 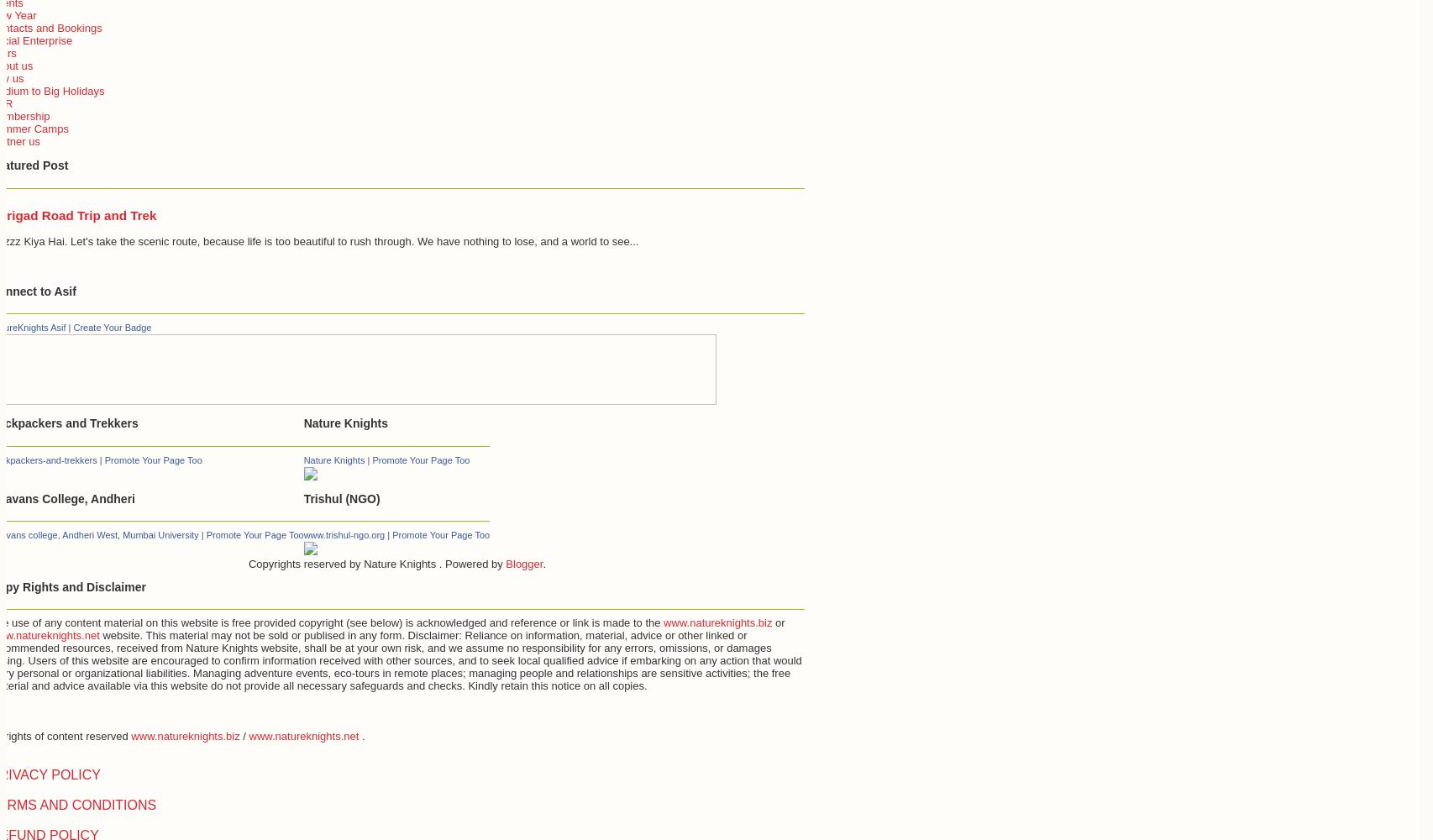 I want to click on '/', so click(x=244, y=736).